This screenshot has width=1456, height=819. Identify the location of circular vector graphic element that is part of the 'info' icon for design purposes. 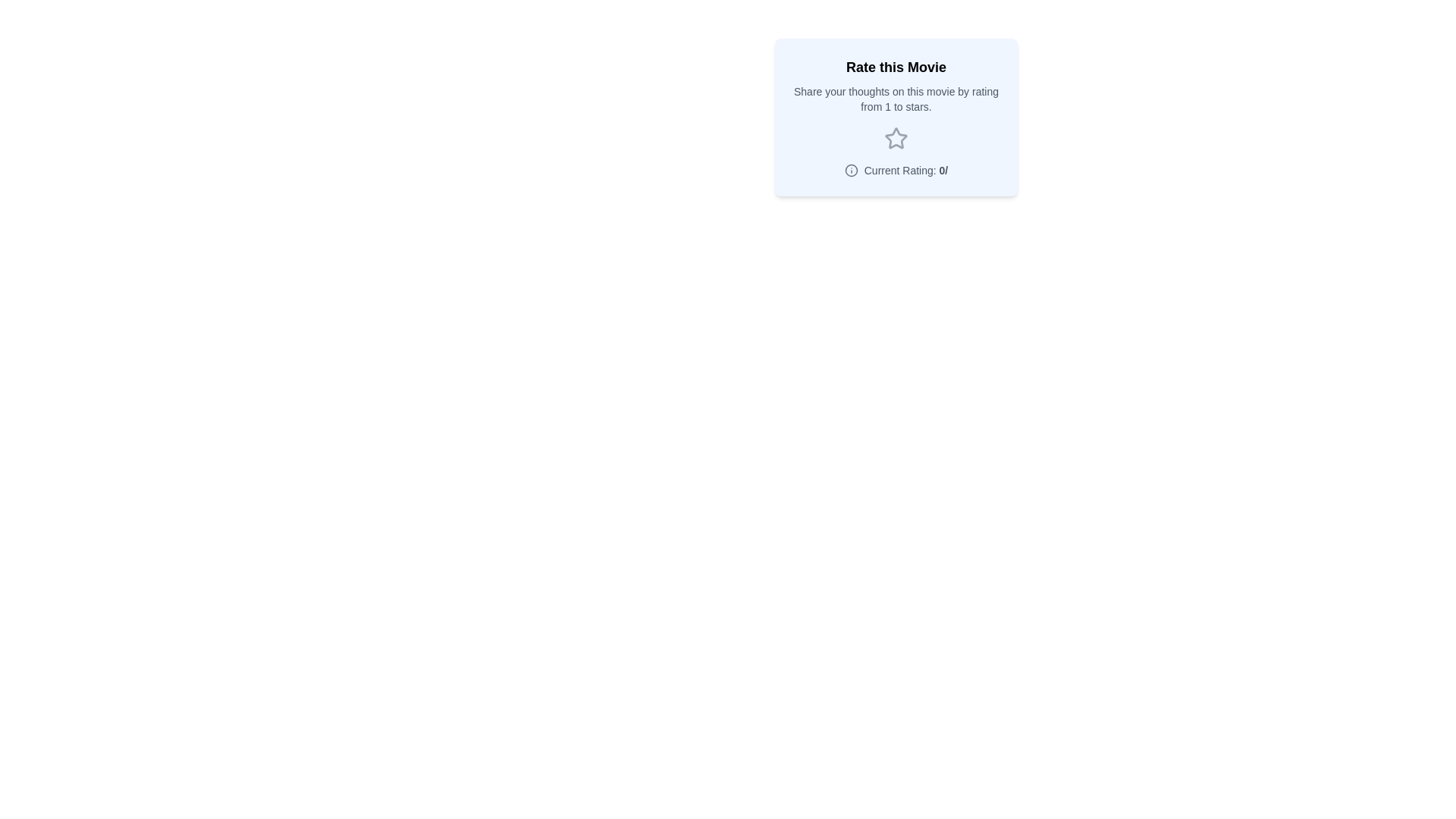
(851, 170).